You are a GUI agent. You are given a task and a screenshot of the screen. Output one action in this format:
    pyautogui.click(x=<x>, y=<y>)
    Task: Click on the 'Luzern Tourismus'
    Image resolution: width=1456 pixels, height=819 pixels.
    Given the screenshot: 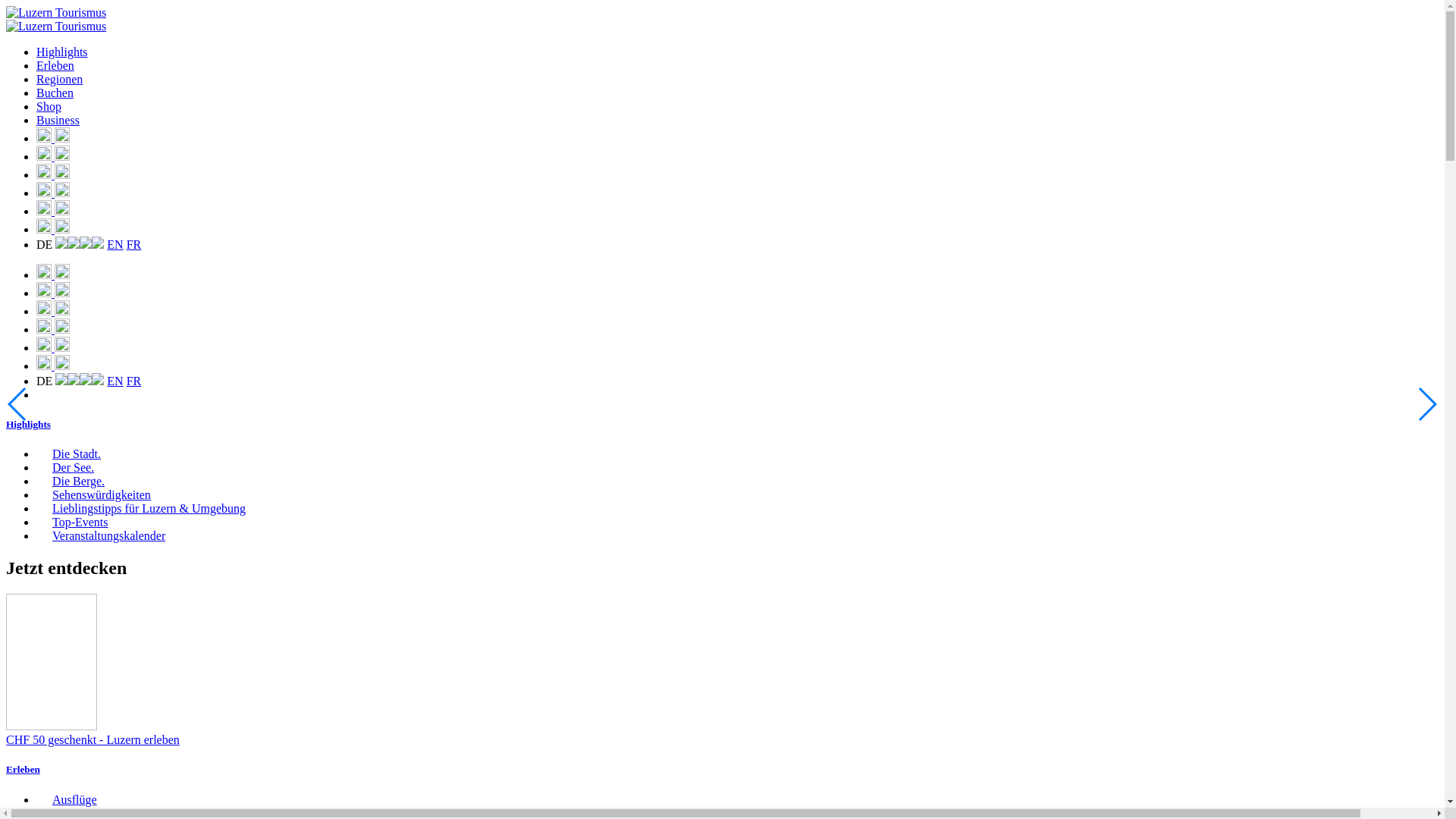 What is the action you would take?
    pyautogui.click(x=6, y=26)
    